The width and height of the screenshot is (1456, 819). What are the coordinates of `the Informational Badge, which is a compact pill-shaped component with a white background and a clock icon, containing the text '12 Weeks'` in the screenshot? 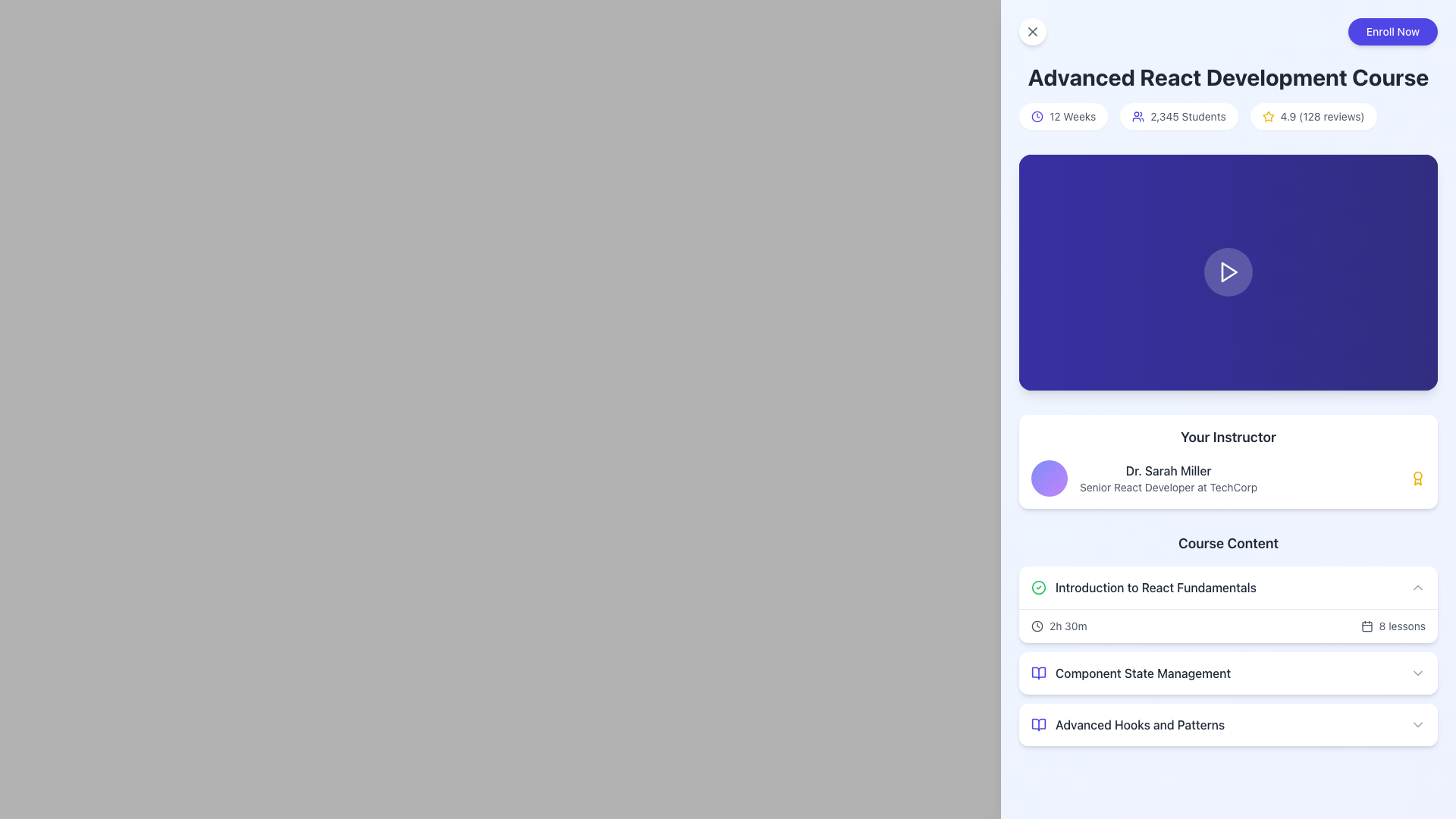 It's located at (1062, 116).